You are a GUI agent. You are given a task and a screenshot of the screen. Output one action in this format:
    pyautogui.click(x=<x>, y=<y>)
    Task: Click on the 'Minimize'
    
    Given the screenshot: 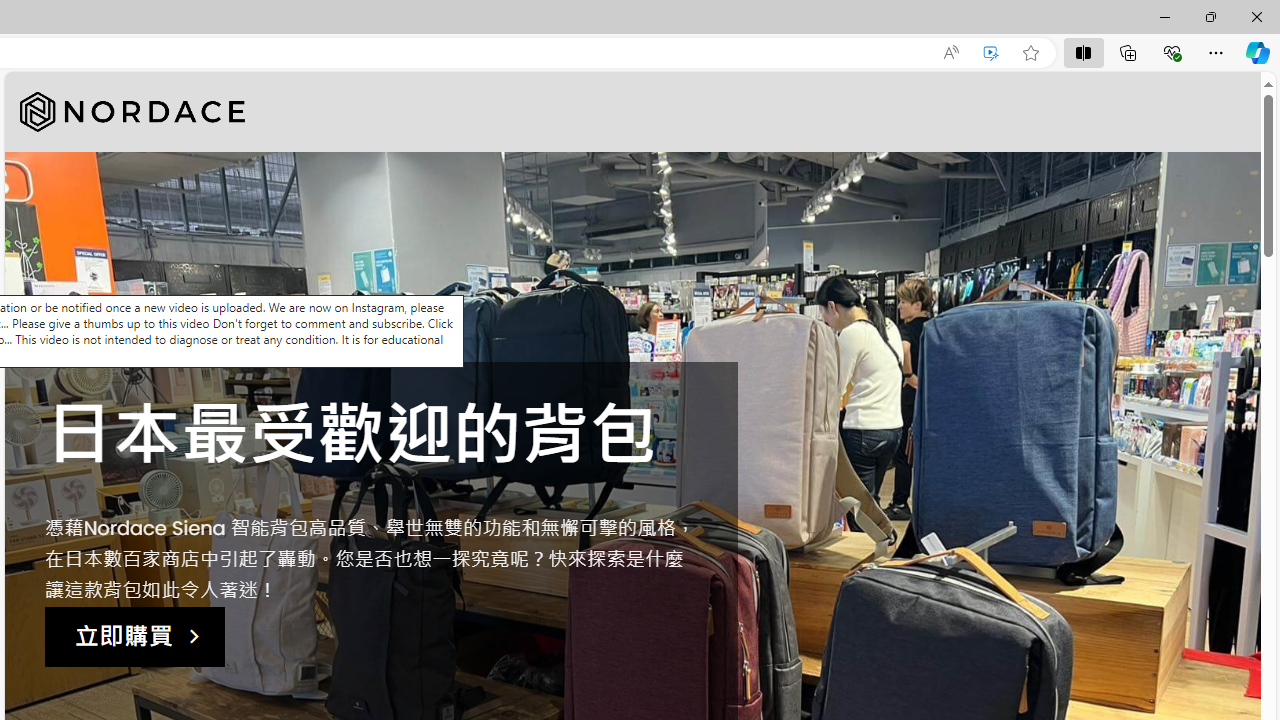 What is the action you would take?
    pyautogui.click(x=1164, y=16)
    